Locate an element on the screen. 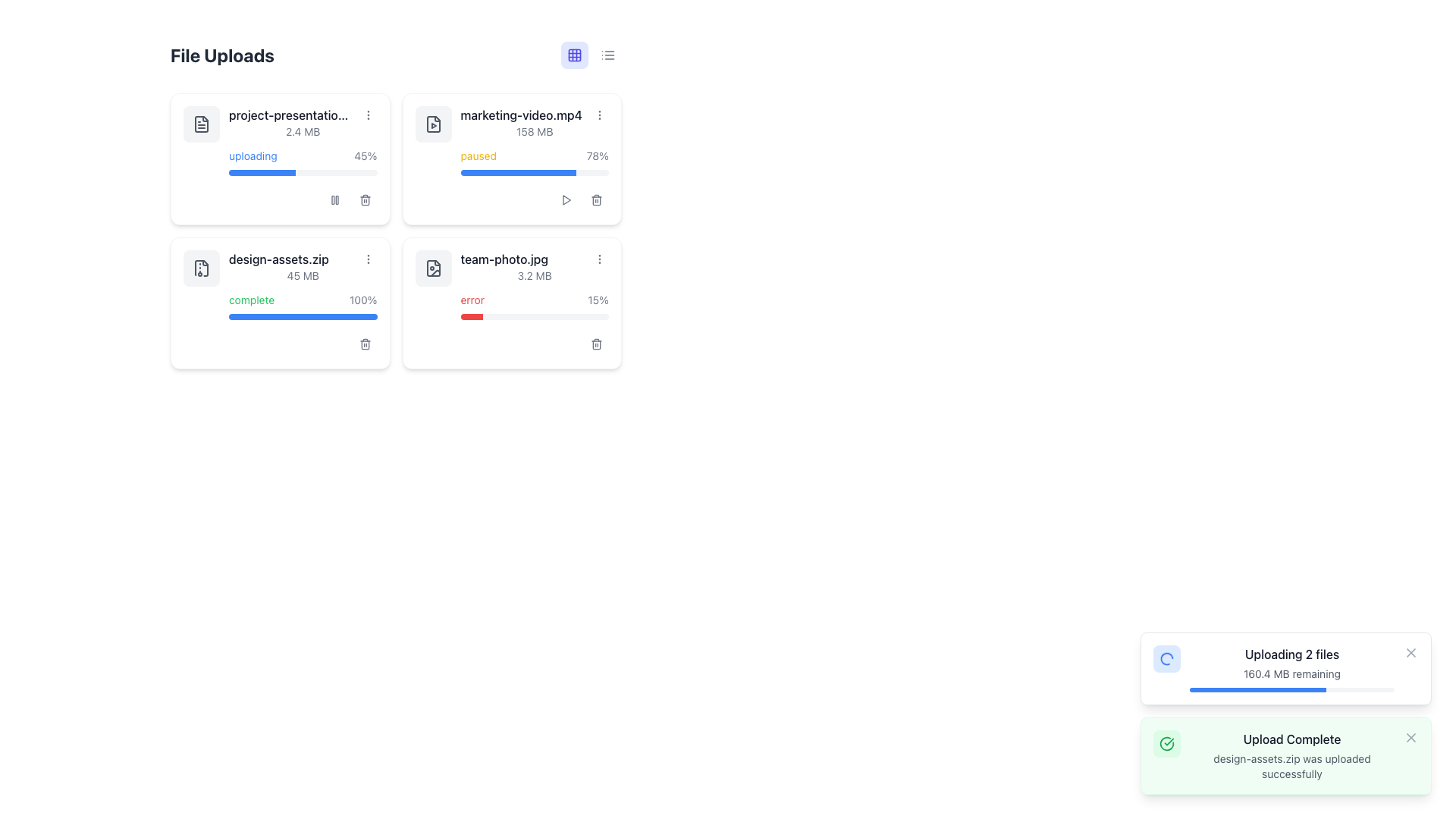 This screenshot has width=1456, height=819. file name displayed in the text label that shows 'marketing-video.mp4' located in the second card of the grid display is located at coordinates (535, 114).